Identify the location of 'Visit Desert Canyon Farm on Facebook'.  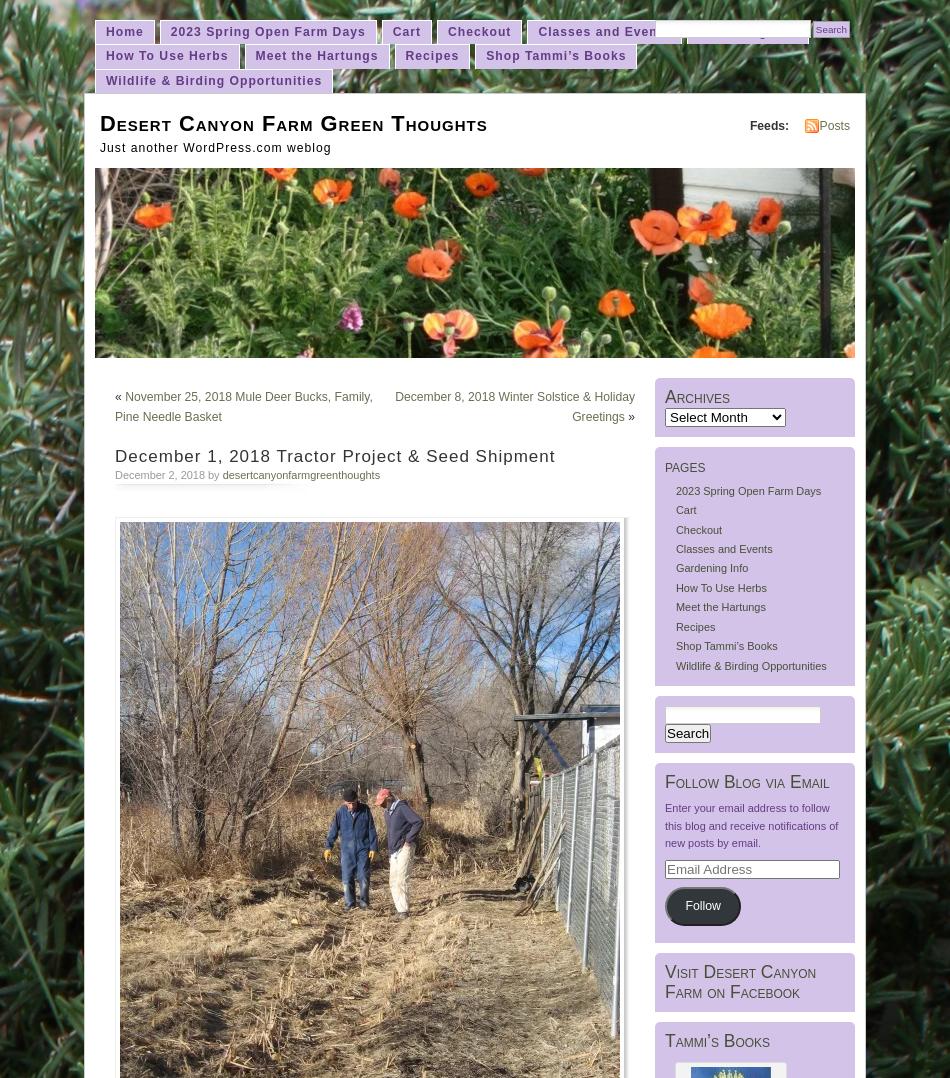
(739, 981).